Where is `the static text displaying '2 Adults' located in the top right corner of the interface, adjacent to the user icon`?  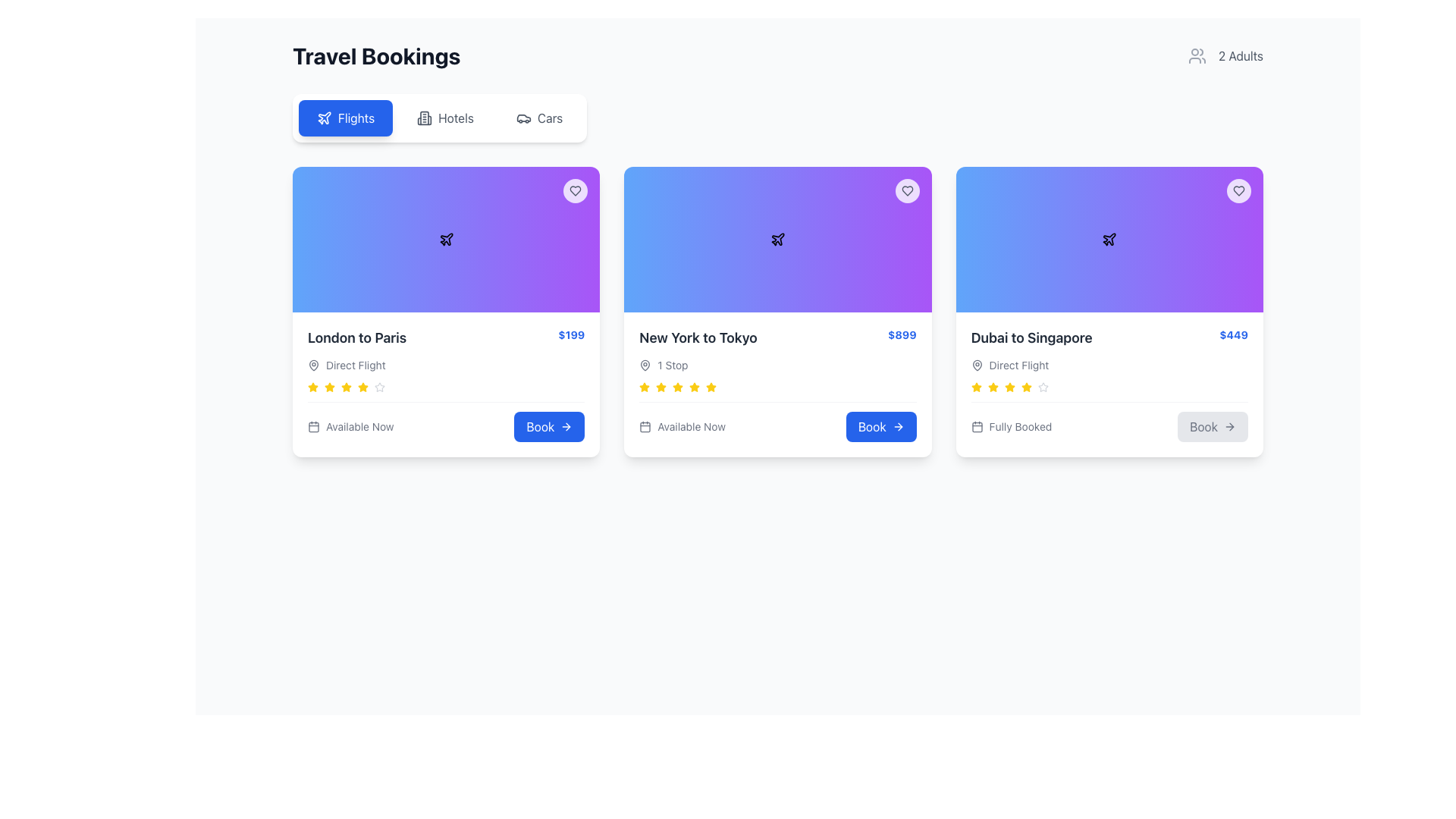 the static text displaying '2 Adults' located in the top right corner of the interface, adjacent to the user icon is located at coordinates (1241, 55).